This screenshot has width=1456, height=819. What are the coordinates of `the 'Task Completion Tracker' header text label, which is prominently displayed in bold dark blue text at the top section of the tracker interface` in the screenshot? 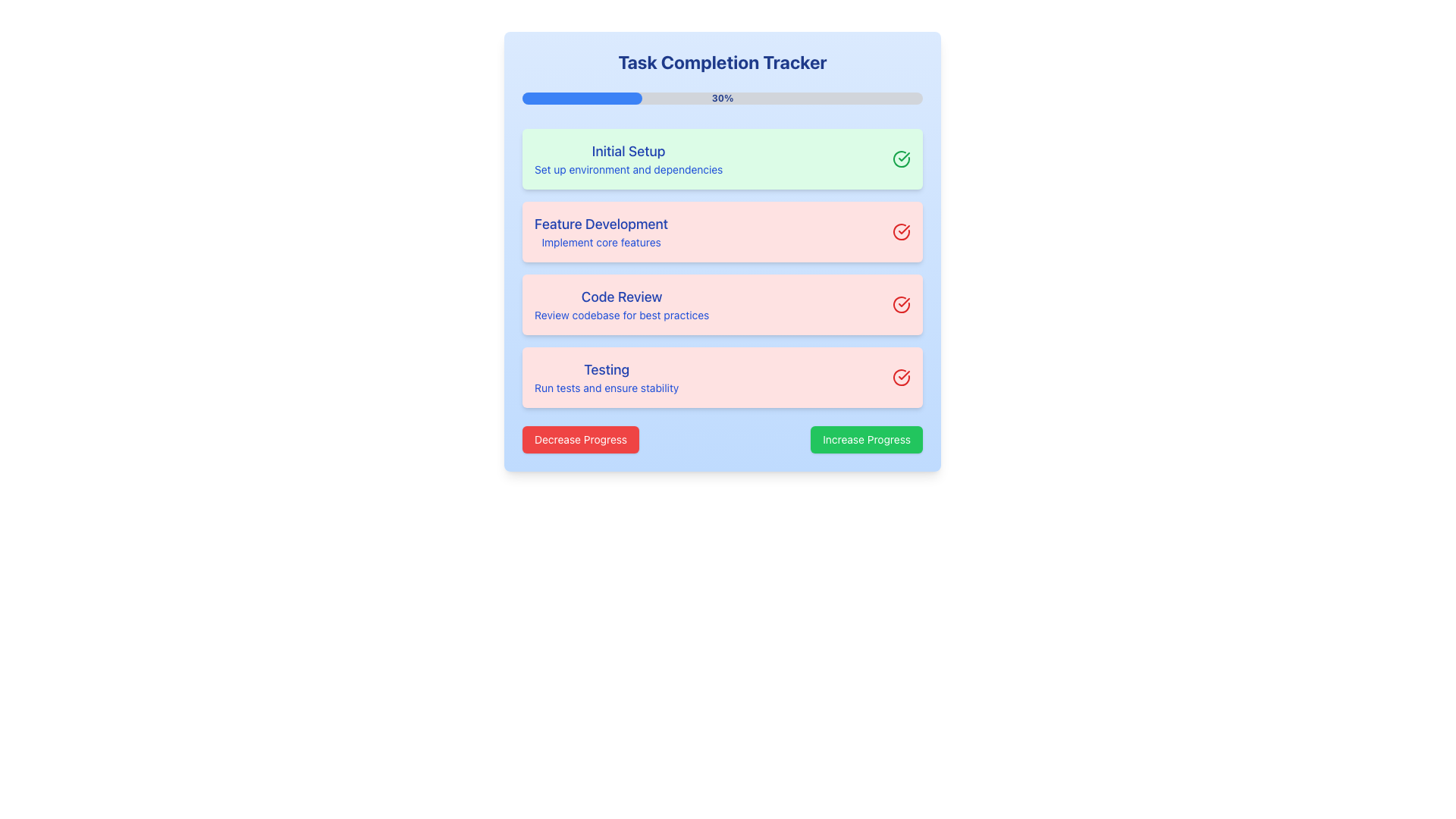 It's located at (722, 61).